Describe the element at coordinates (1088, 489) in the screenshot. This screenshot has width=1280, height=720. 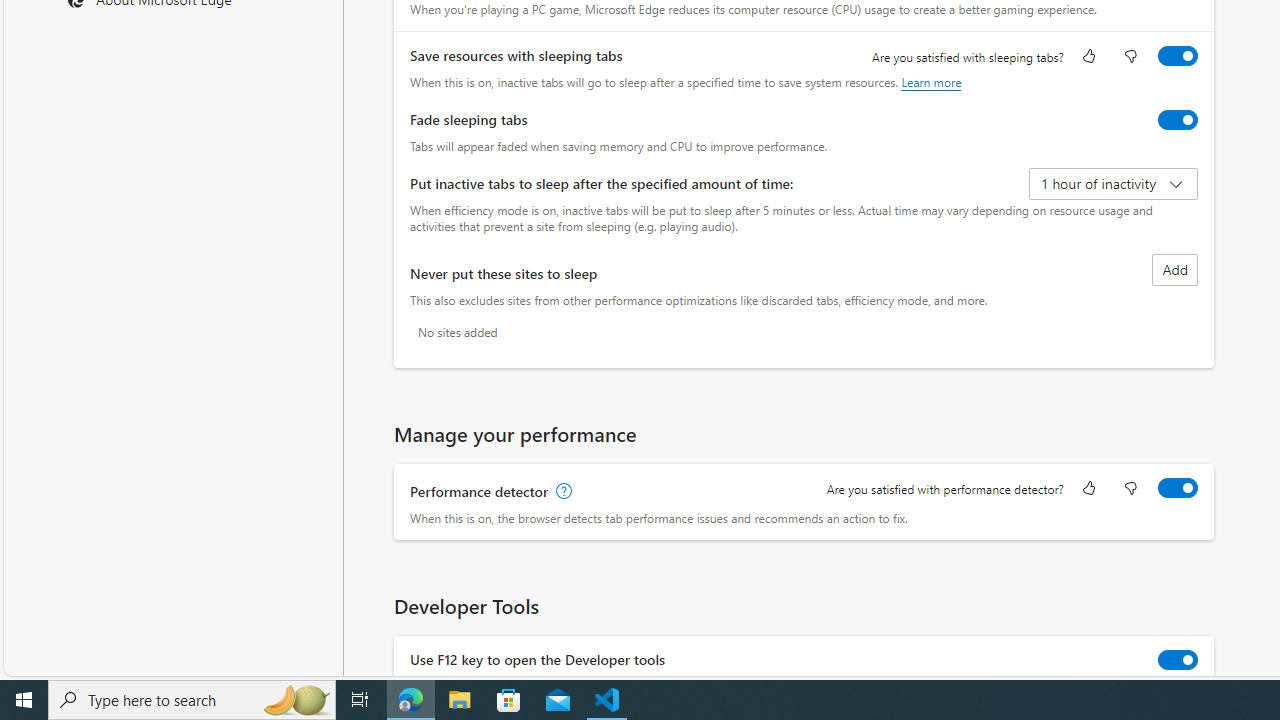
I see `'Like'` at that location.